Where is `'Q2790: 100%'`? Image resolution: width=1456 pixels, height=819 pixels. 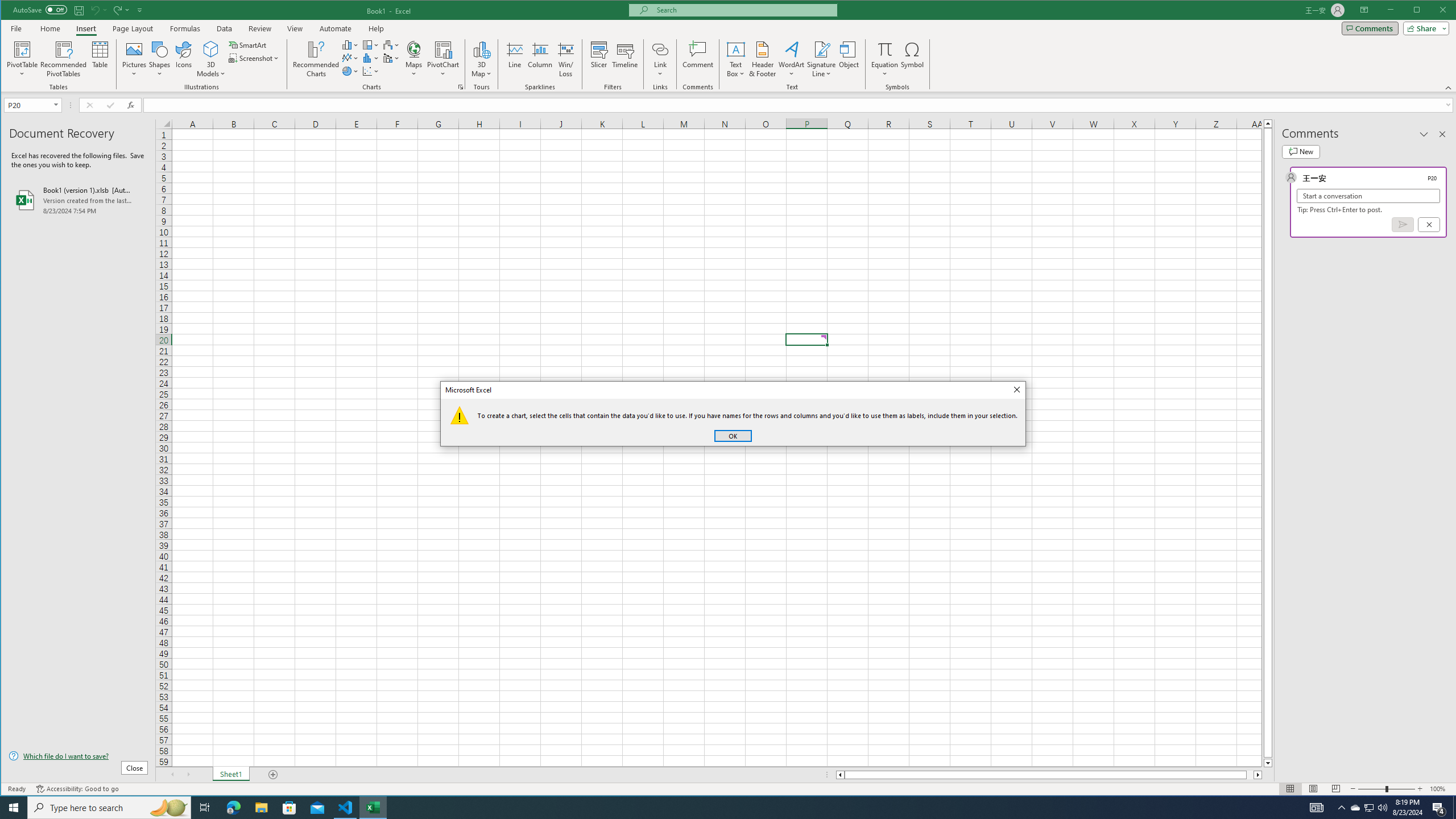
'Q2790: 100%' is located at coordinates (1381, 806).